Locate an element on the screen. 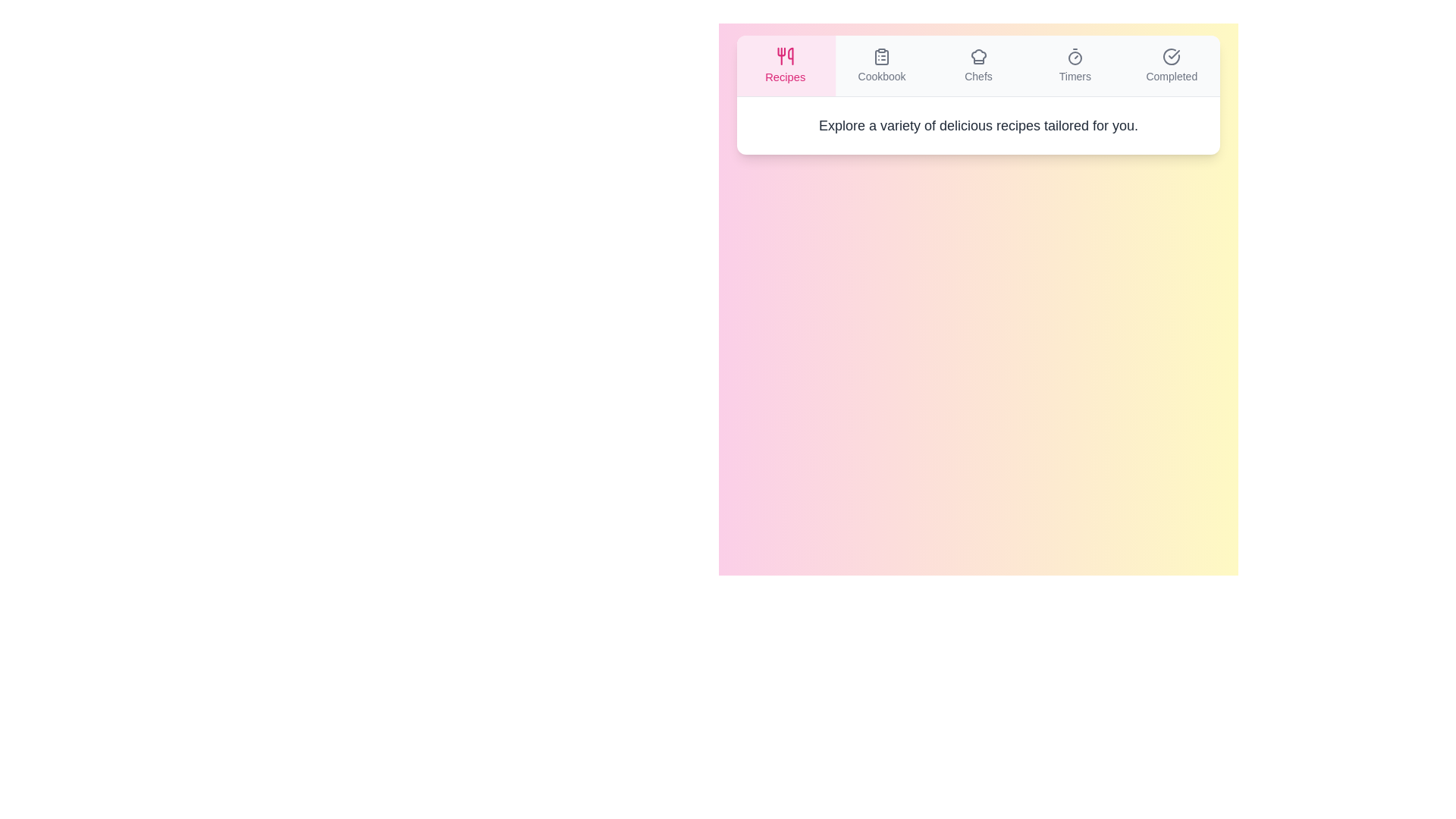  the tab labeled Completed to view its associated content is located at coordinates (1171, 65).